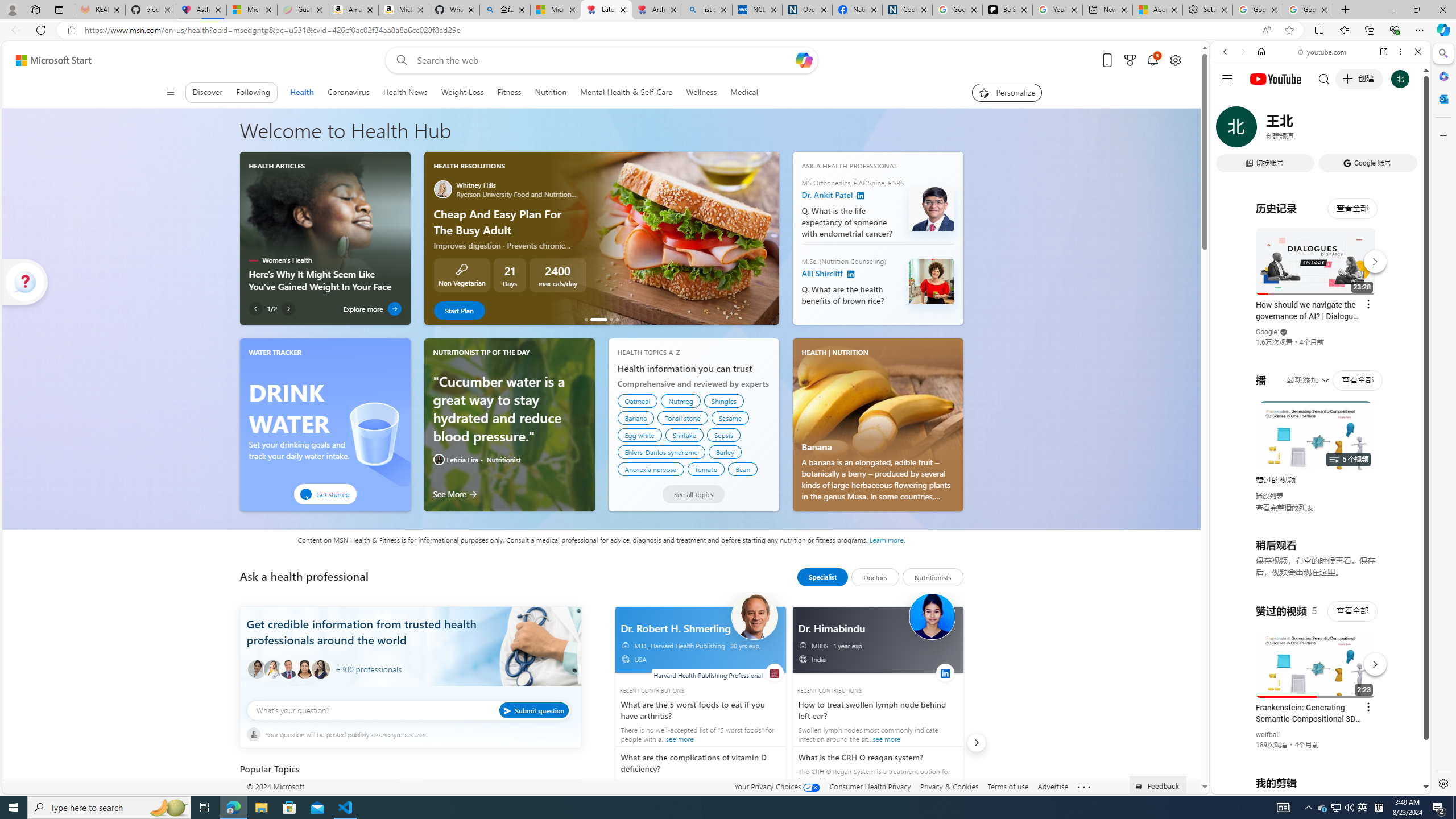 The image size is (1456, 819). I want to click on 'Side bar', so click(1443, 418).